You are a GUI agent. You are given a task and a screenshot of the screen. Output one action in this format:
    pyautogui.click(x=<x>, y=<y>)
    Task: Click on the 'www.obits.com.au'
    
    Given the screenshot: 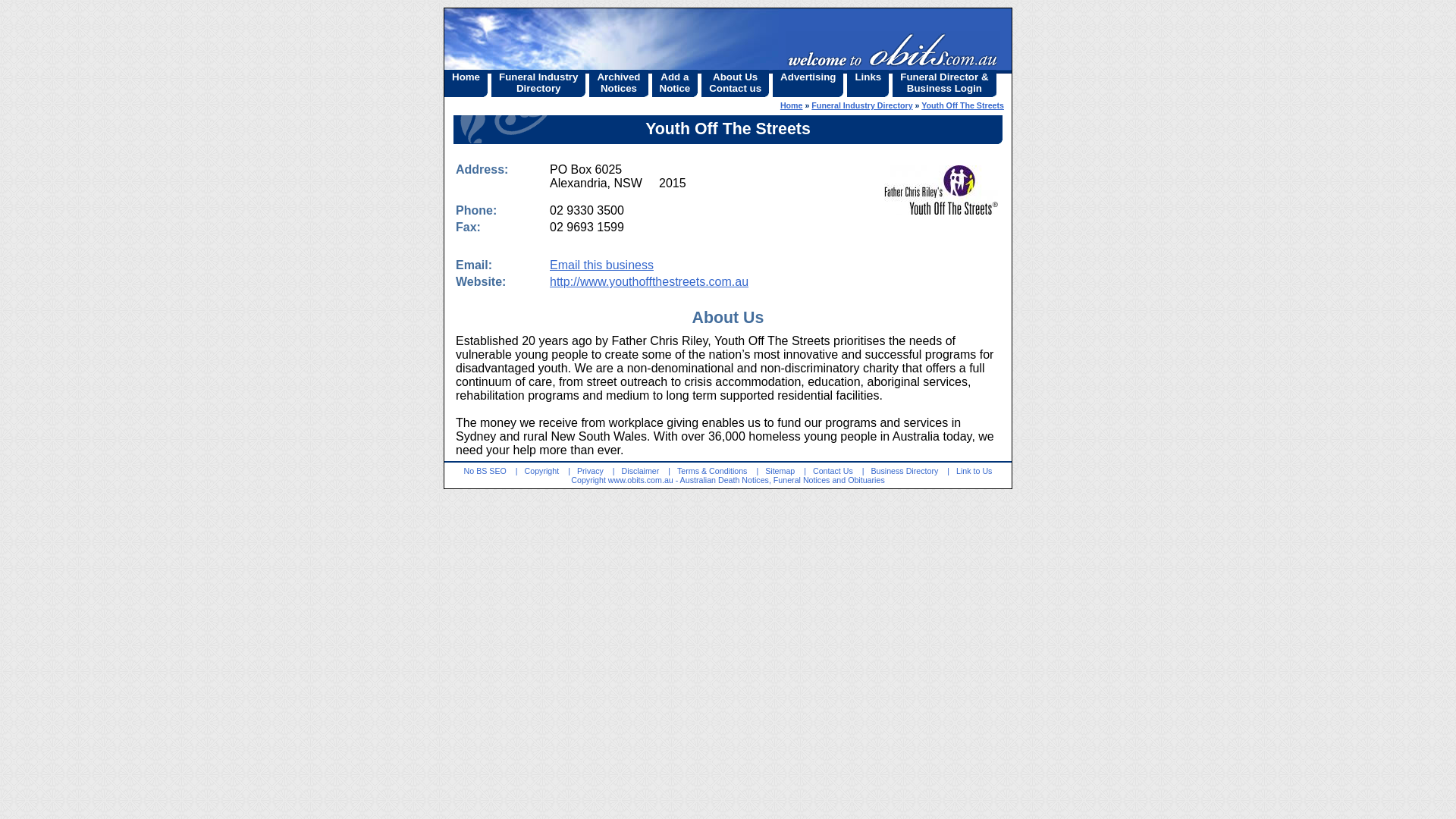 What is the action you would take?
    pyautogui.click(x=640, y=479)
    